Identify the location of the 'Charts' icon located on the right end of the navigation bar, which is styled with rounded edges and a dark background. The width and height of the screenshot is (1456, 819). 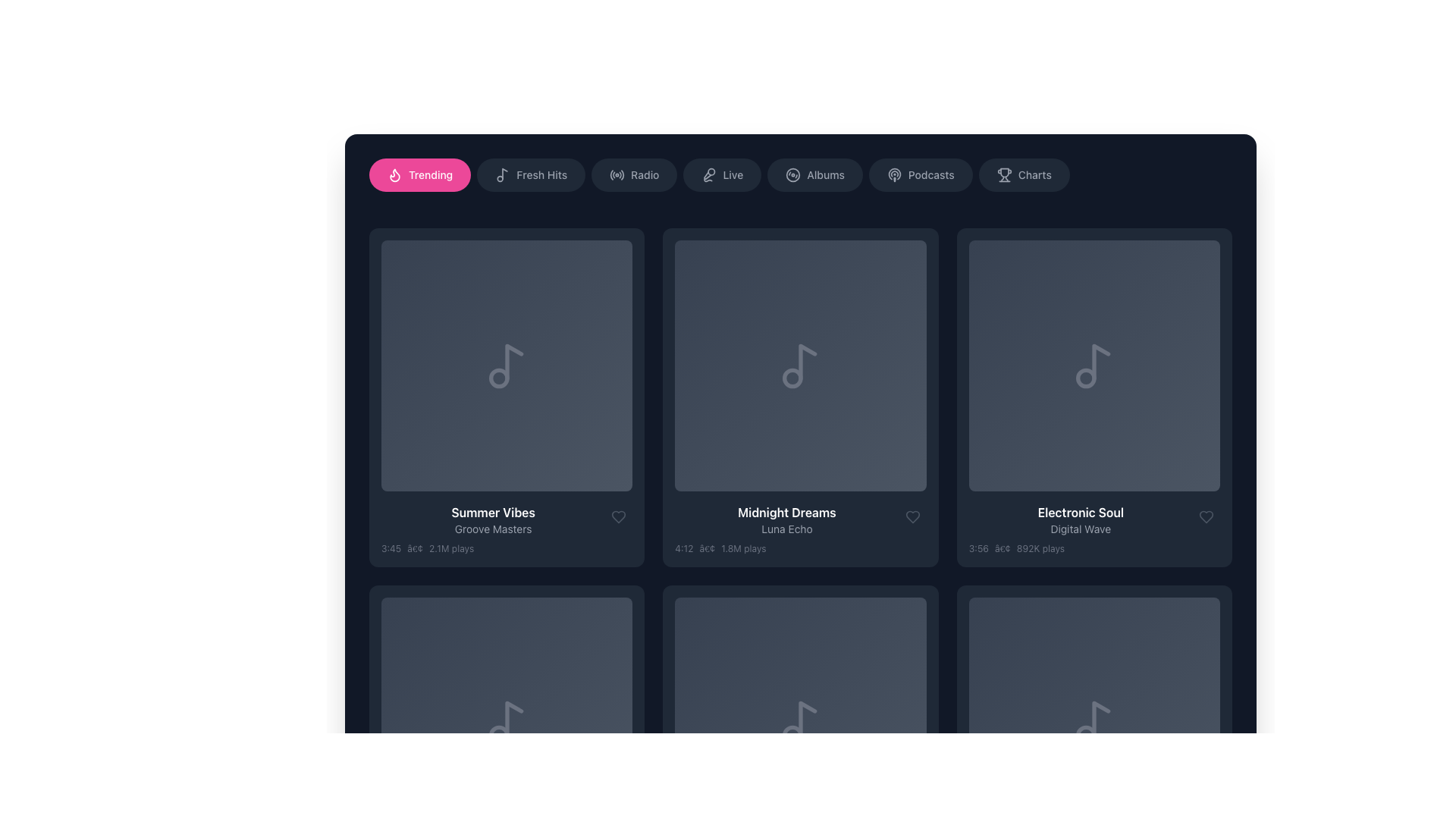
(1004, 174).